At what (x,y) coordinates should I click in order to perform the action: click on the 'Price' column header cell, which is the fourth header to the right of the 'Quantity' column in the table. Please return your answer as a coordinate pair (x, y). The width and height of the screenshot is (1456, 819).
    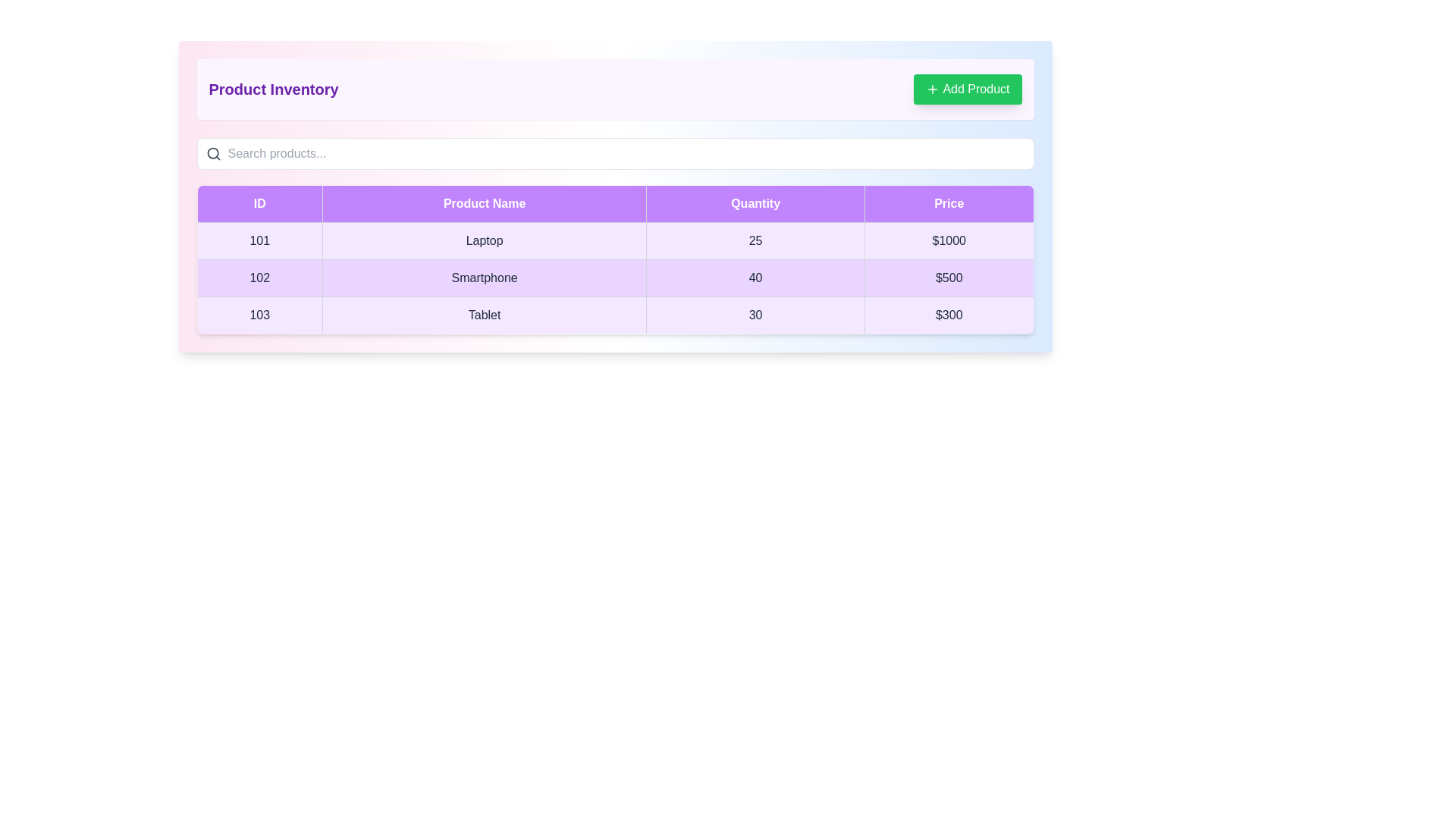
    Looking at the image, I should click on (948, 203).